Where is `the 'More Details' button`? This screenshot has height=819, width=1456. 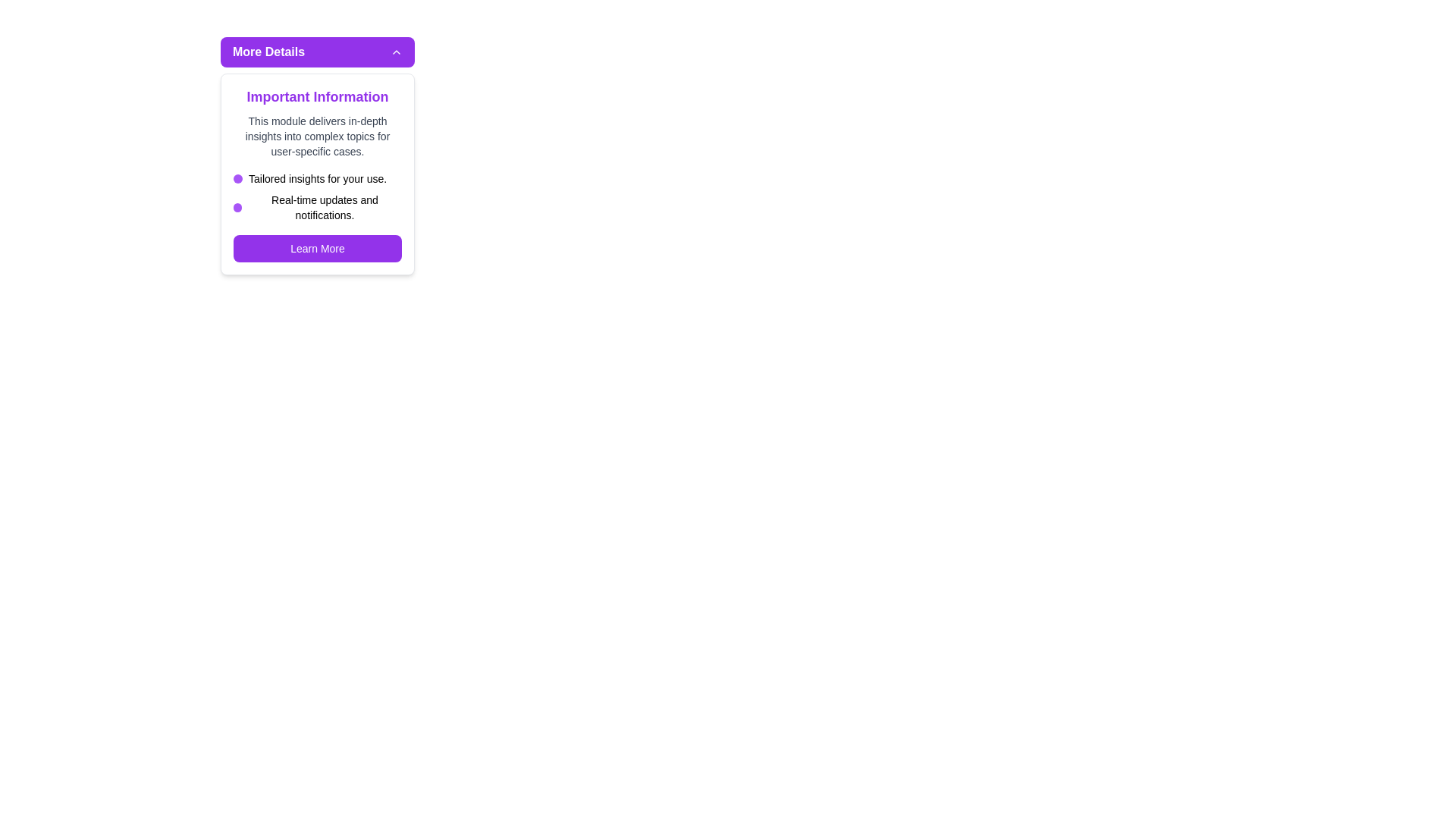 the 'More Details' button is located at coordinates (316, 52).